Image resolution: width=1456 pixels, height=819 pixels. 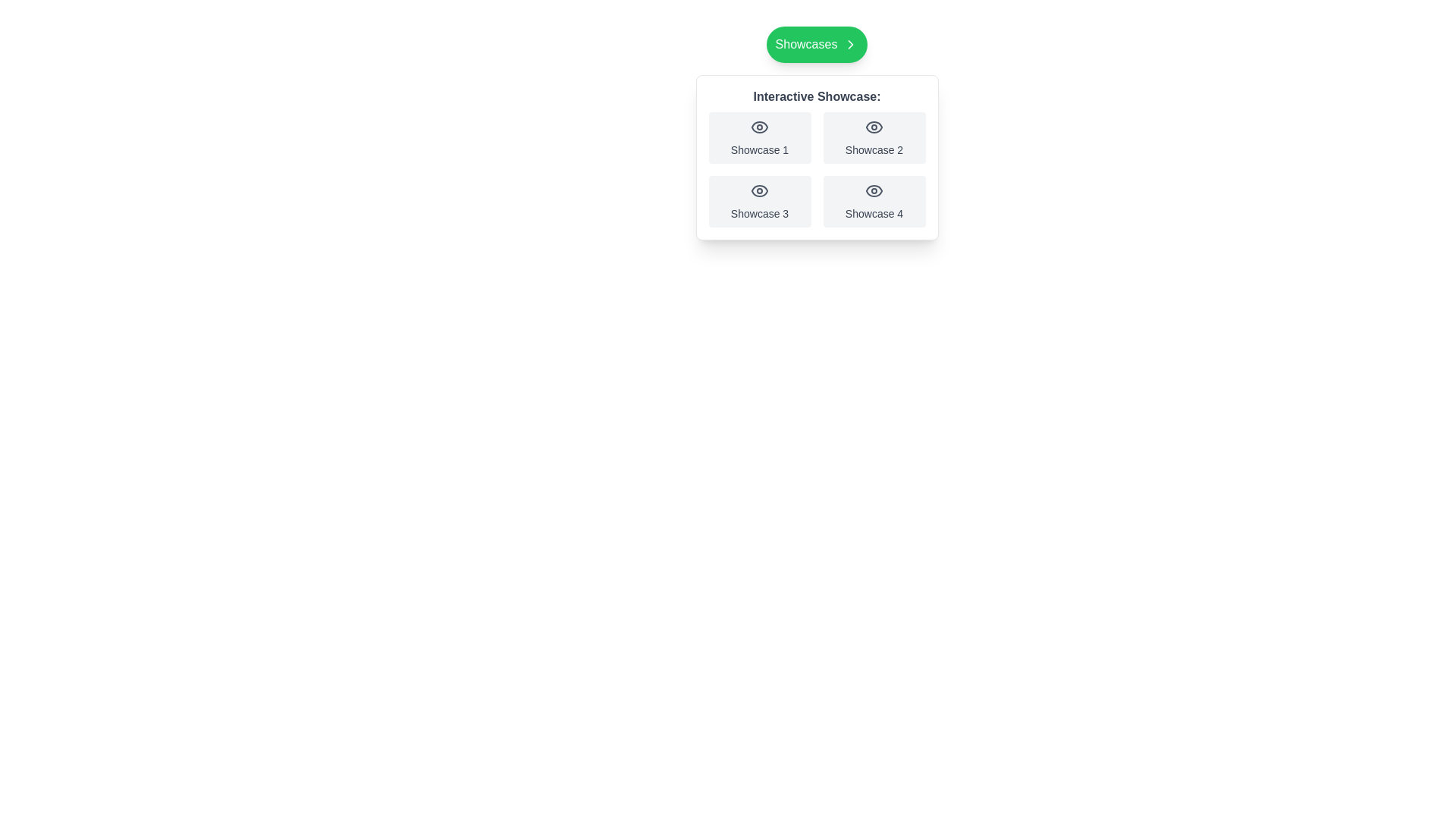 I want to click on the 'Showcase 3' button, which is a rectangular button with an eye icon and light gray background, located at the bottom-left corner of the grid layout, so click(x=760, y=201).